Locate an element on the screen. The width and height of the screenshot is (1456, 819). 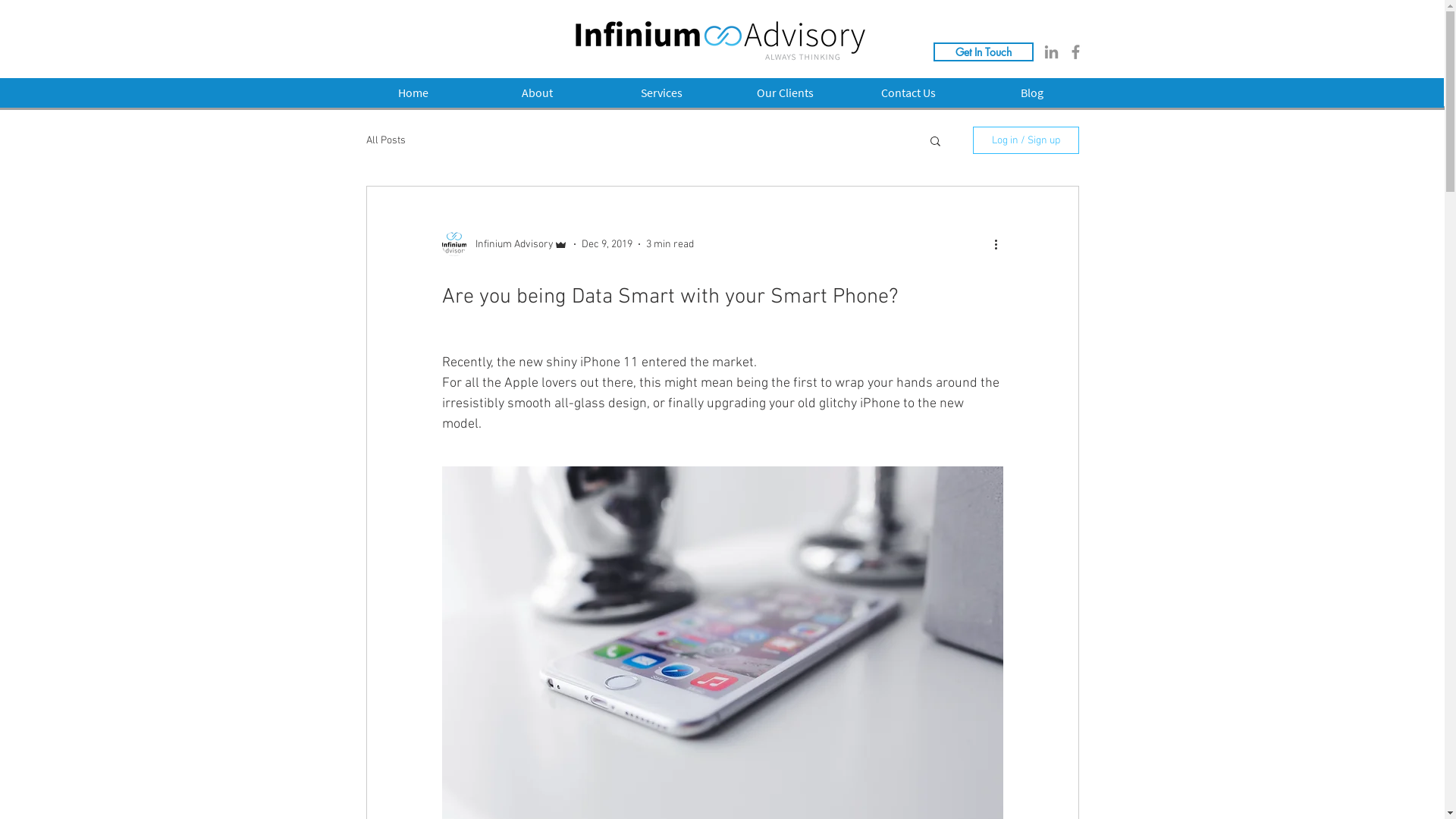
'All Posts' is located at coordinates (365, 140).